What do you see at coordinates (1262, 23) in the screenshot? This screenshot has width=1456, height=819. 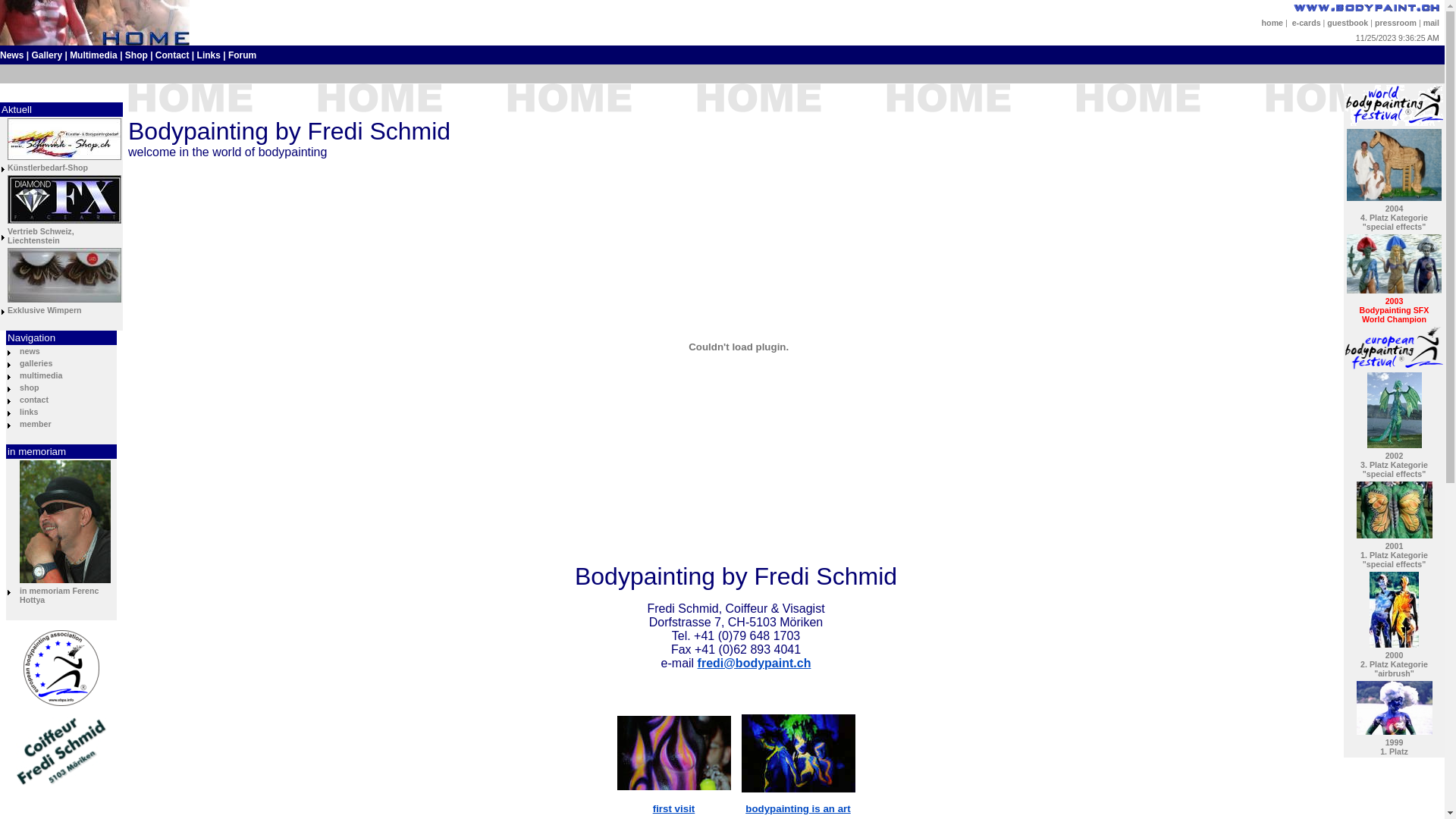 I see `'home'` at bounding box center [1262, 23].